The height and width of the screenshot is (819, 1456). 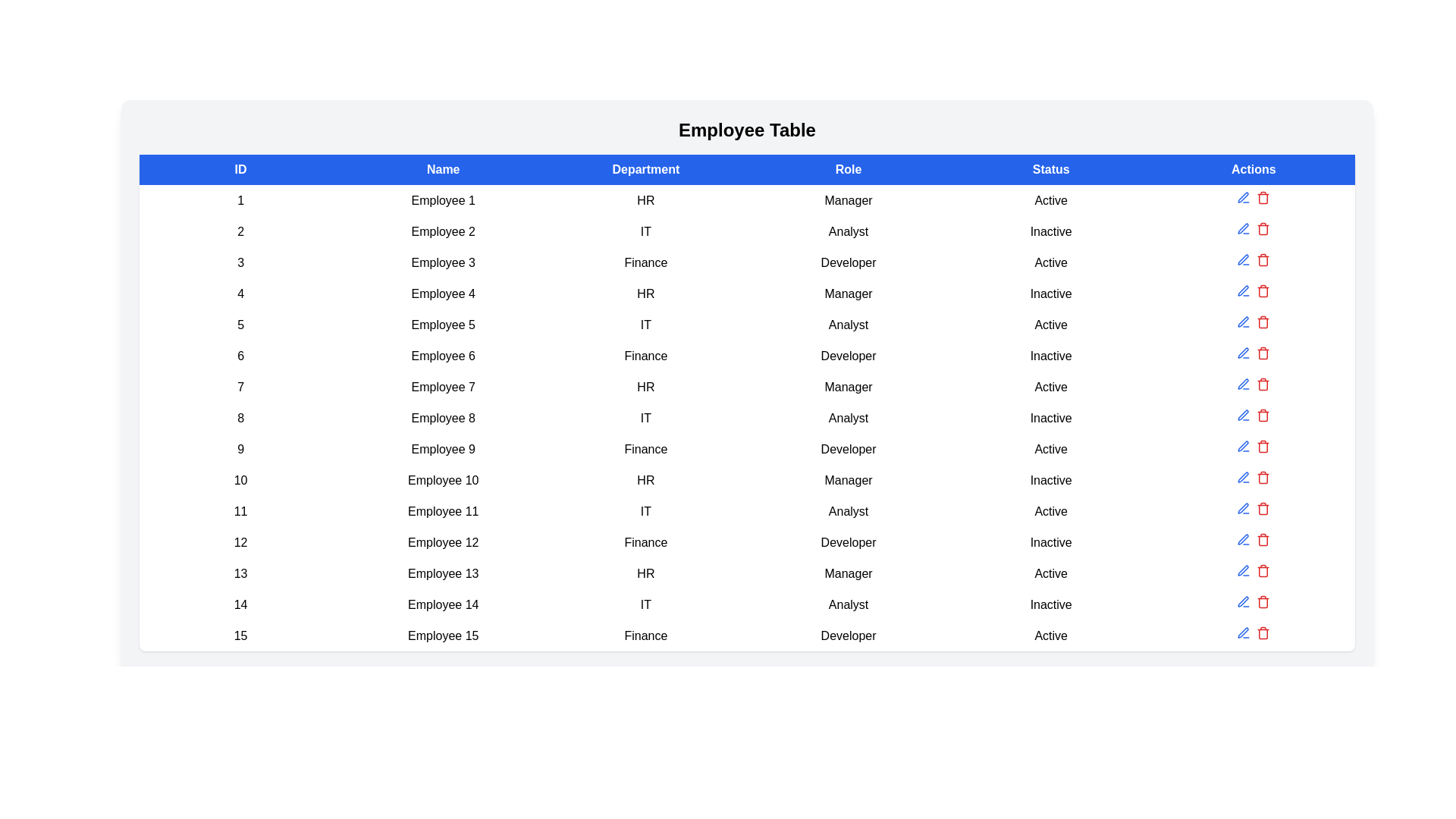 I want to click on the column header labeled 'Role' to sort the table rows by that column, so click(x=847, y=169).